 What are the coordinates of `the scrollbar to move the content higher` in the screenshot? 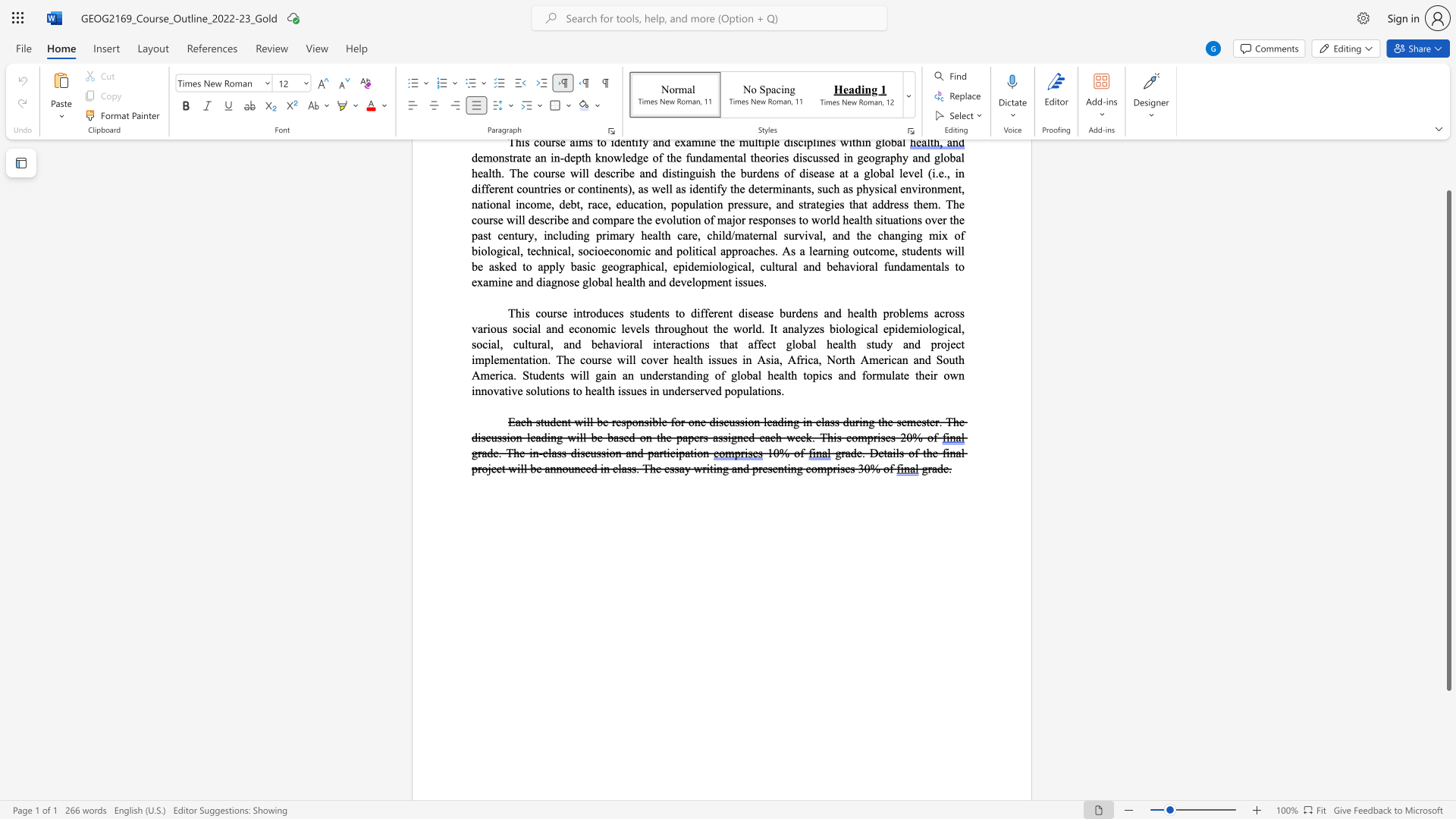 It's located at (1448, 174).